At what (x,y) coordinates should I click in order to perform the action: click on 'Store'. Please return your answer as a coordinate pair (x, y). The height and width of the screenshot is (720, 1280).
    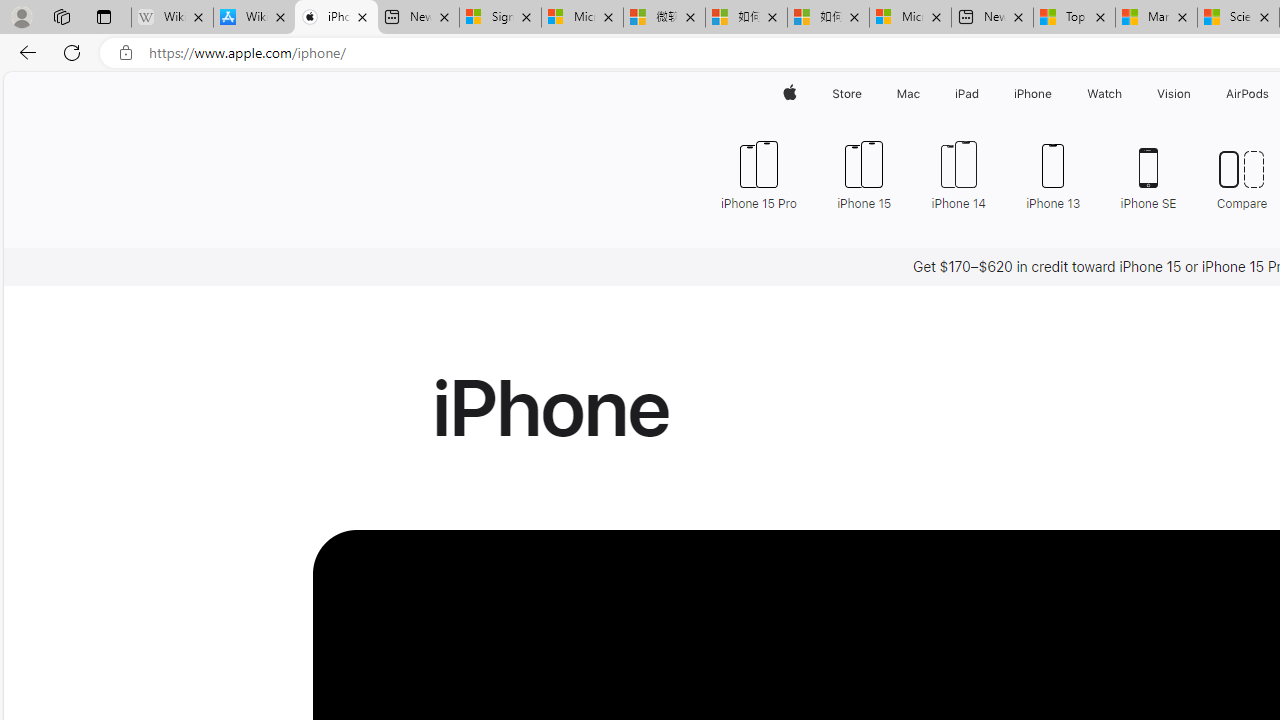
    Looking at the image, I should click on (846, 93).